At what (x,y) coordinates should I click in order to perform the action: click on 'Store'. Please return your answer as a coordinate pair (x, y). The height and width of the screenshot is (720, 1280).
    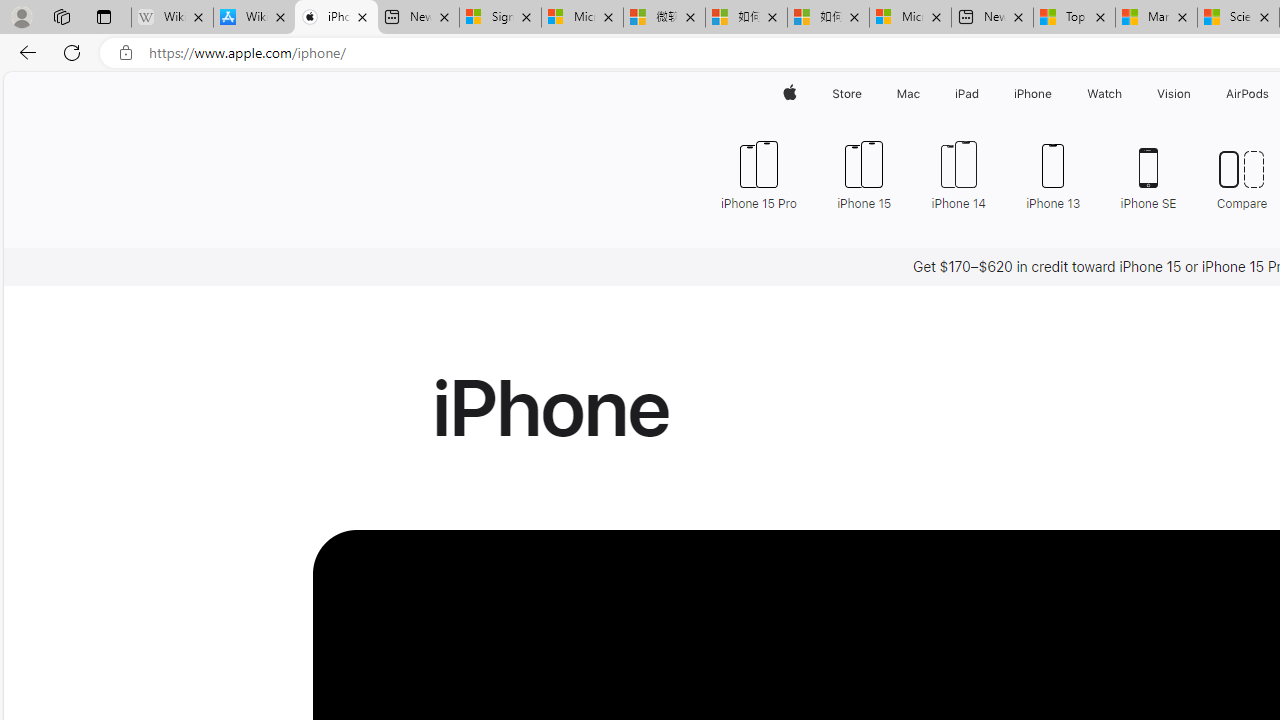
    Looking at the image, I should click on (846, 93).